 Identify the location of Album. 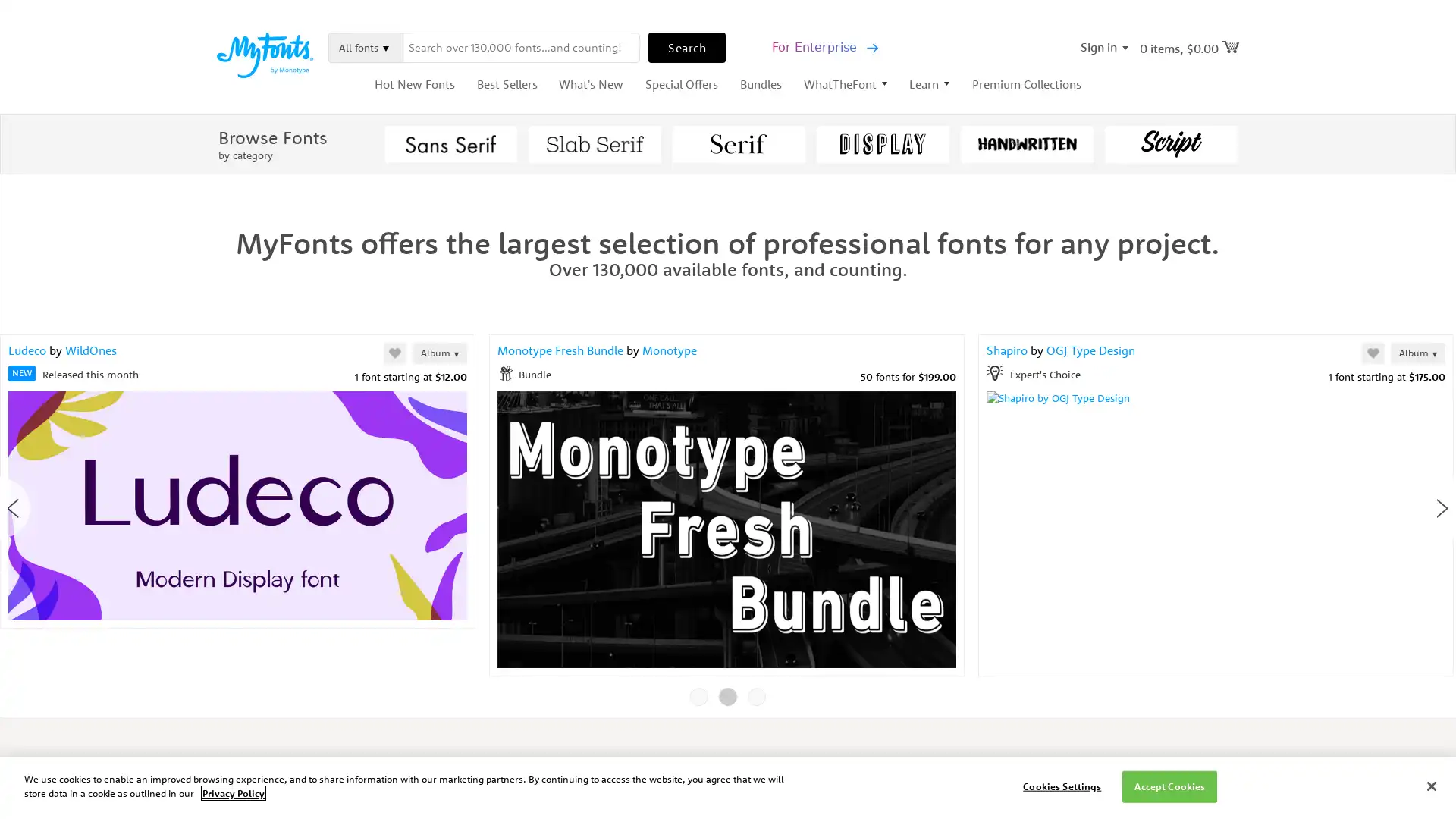
(693, 353).